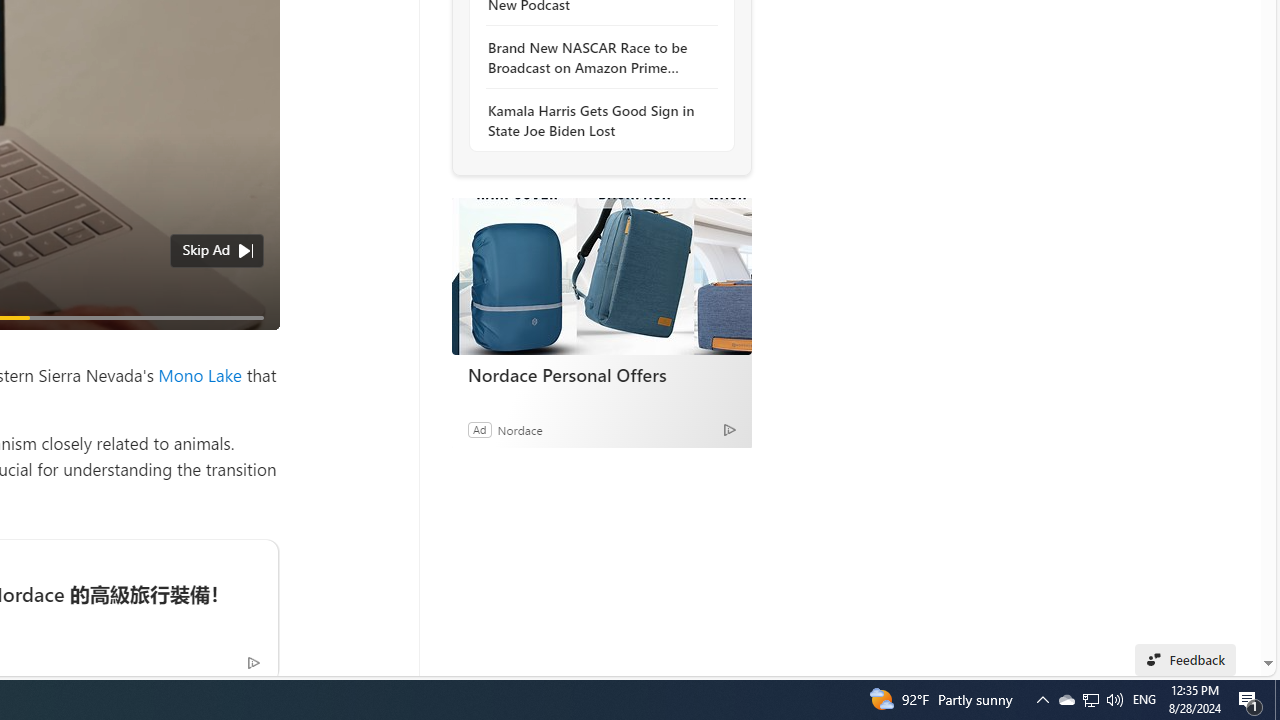 Image resolution: width=1280 pixels, height=720 pixels. Describe the element at coordinates (595, 56) in the screenshot. I see `'Brand New NASCAR Race to be Broadcast on Amazon Prime Video'` at that location.